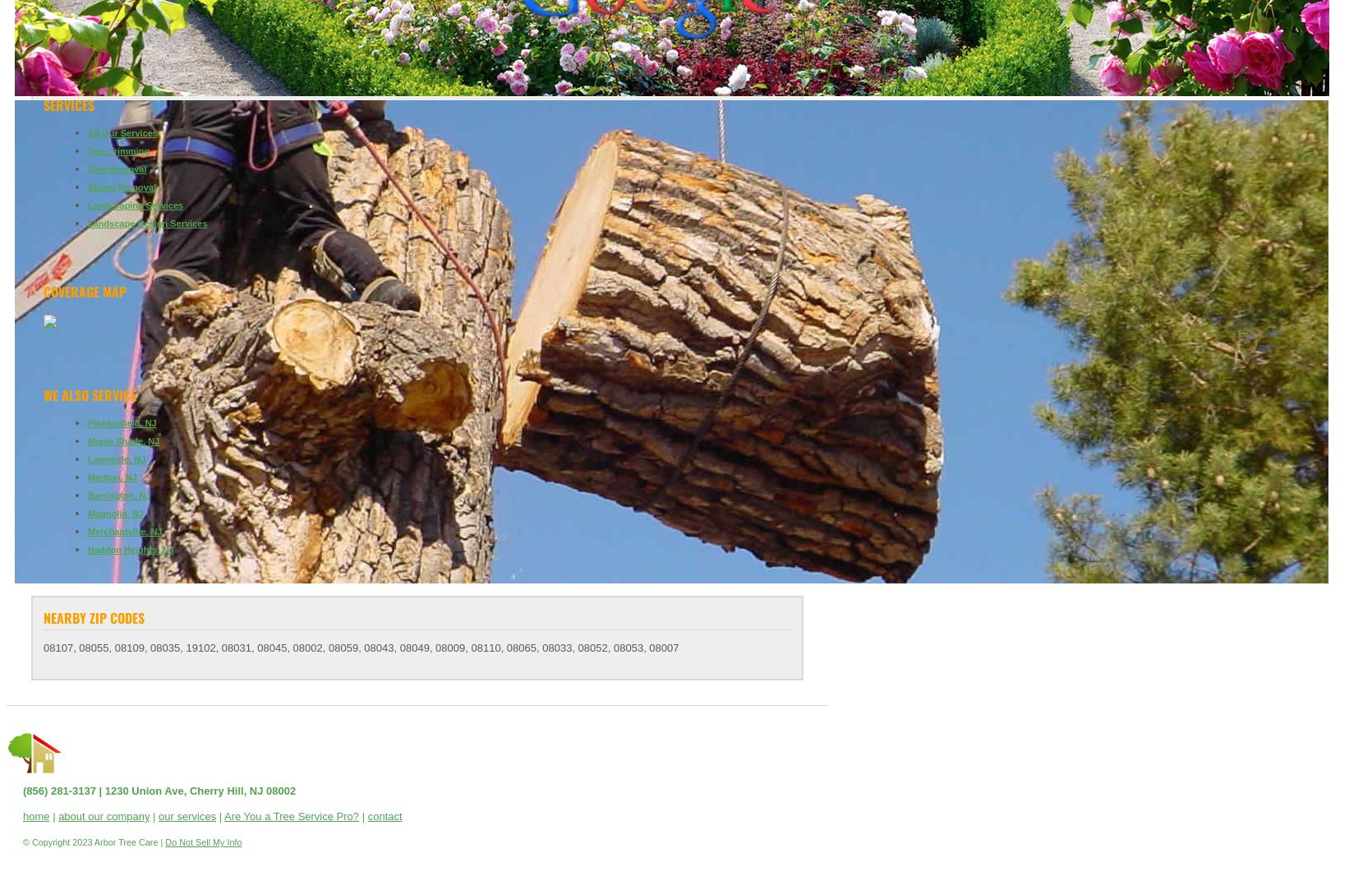 This screenshot has width=1372, height=876. Describe the element at coordinates (111, 476) in the screenshot. I see `'Marlton, NJ'` at that location.